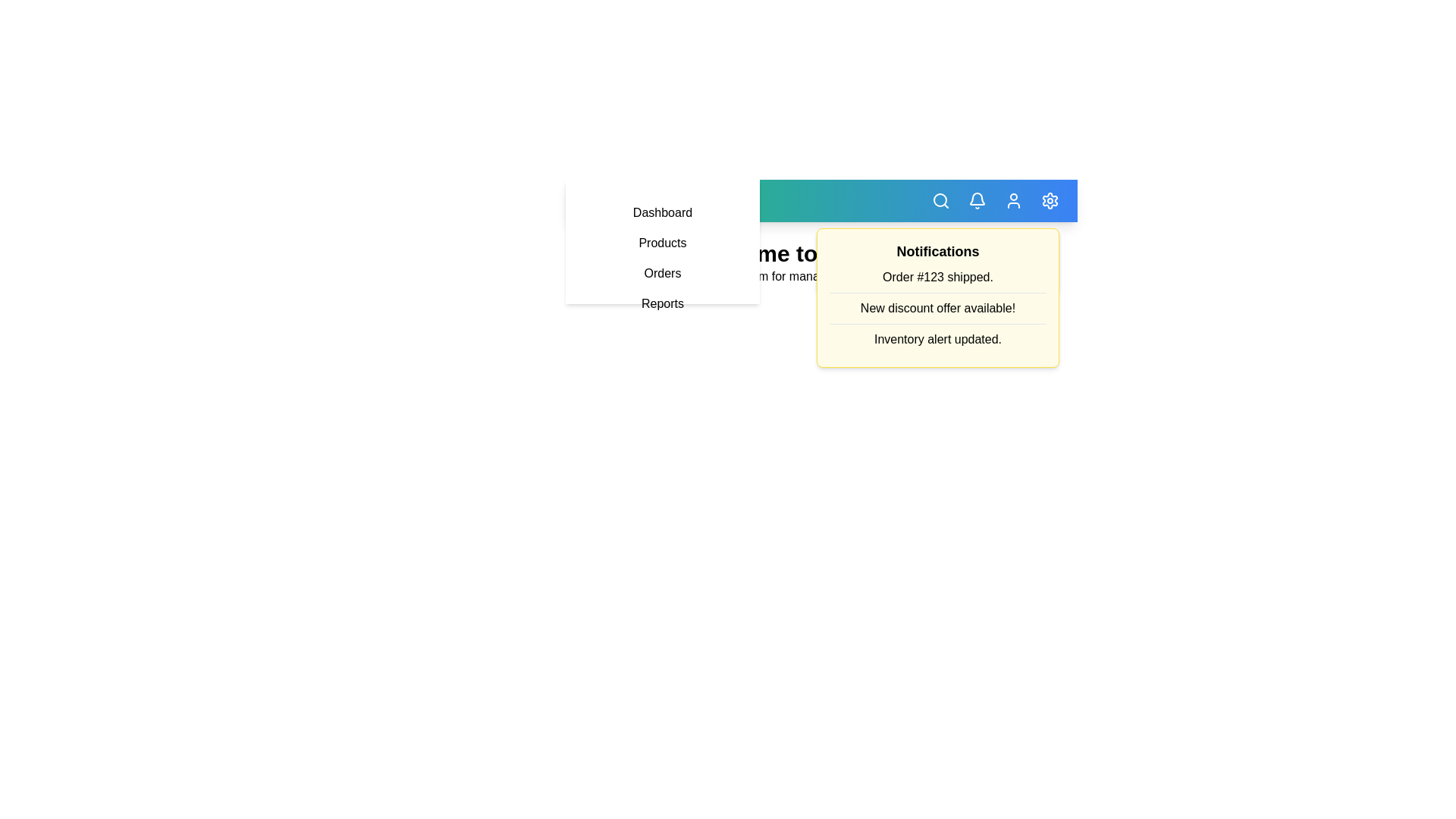  Describe the element at coordinates (940, 200) in the screenshot. I see `the search icon, which is a magnifying glass with a blue background located in the top-right corner of the interface, to initiate a search` at that location.